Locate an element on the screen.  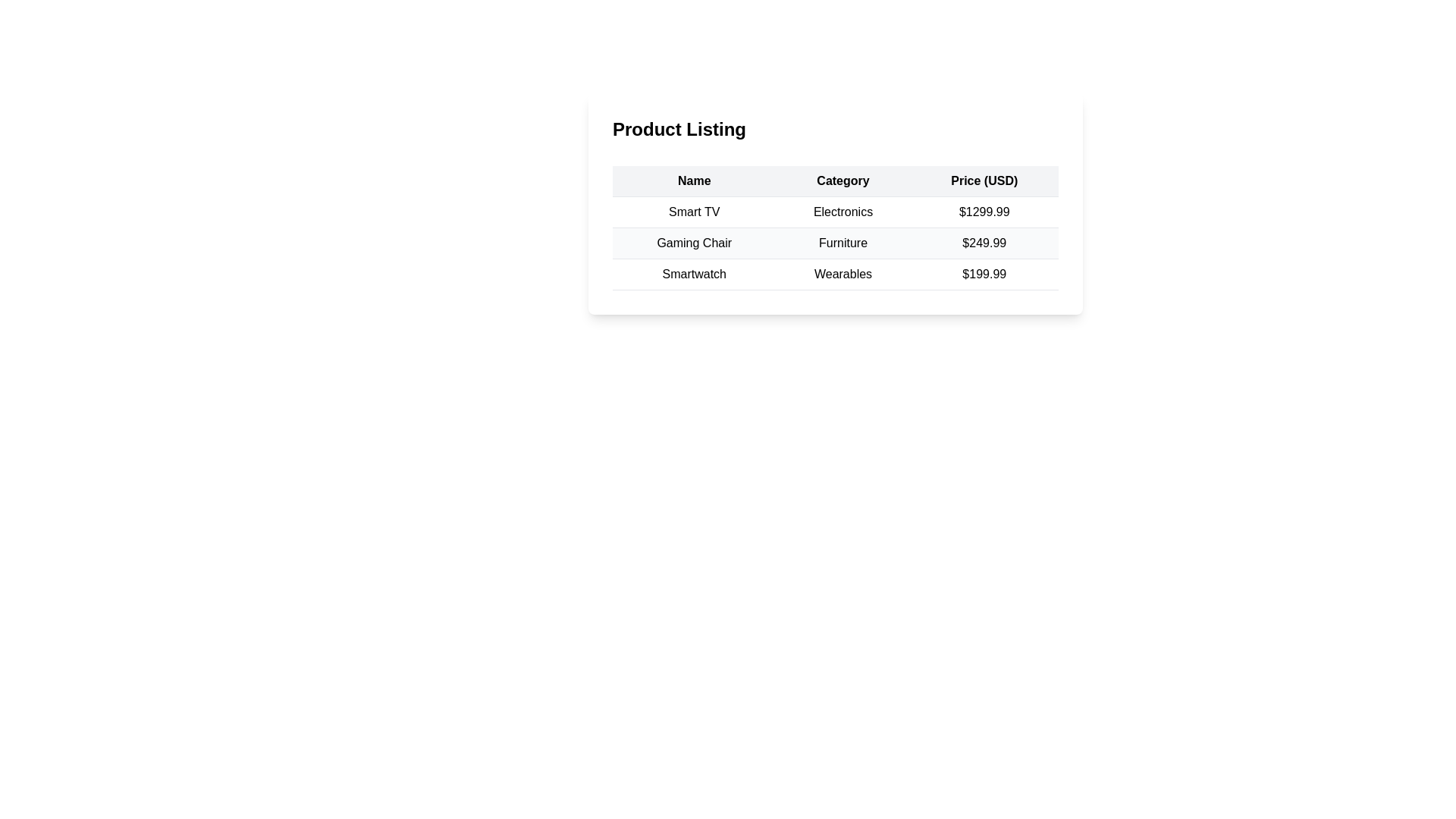
the 'Electronics' category label located in the second column of the first row of the product table, positioned between 'Smart TV' and '$1299.99' is located at coordinates (843, 212).